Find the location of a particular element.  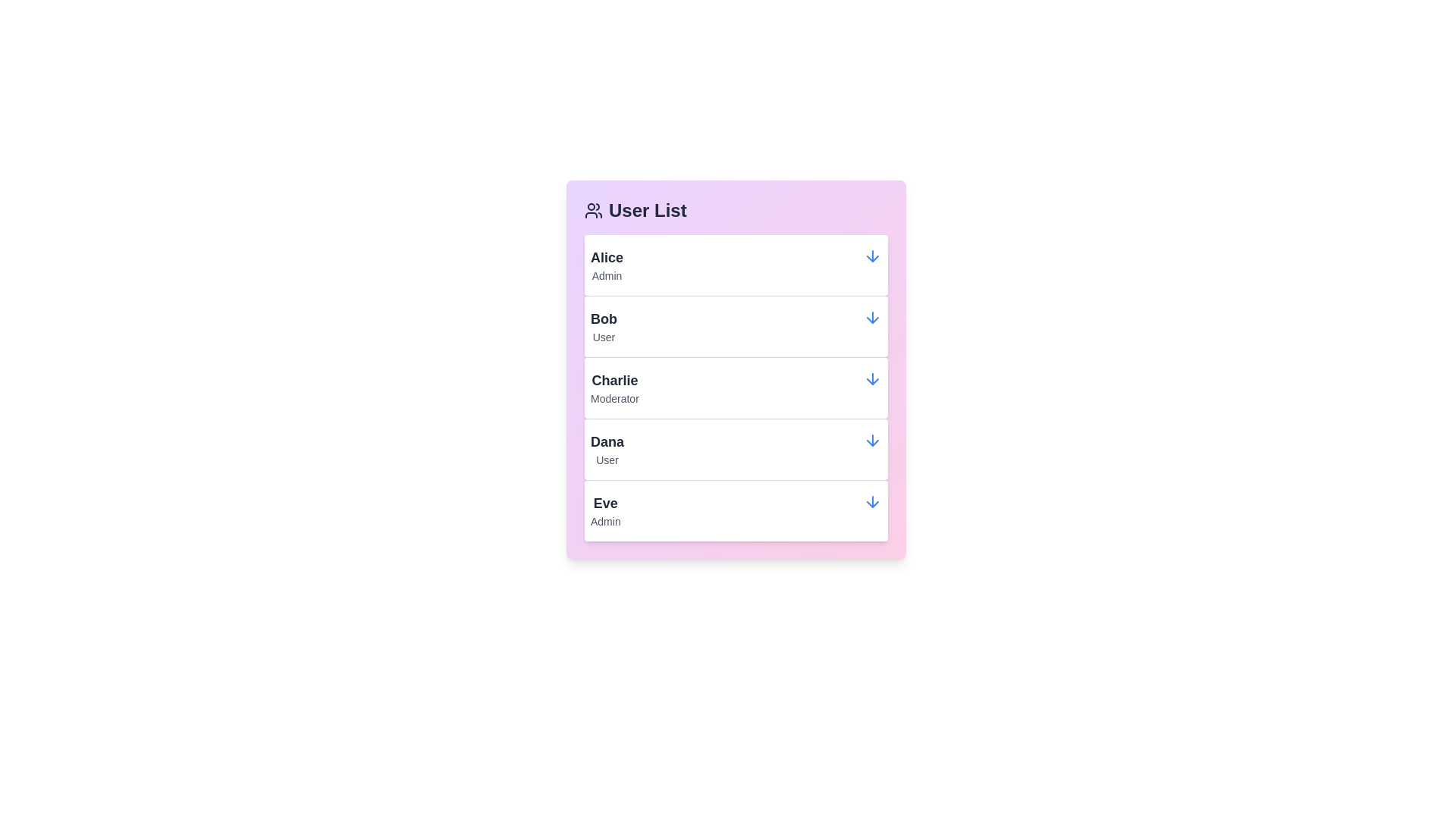

the user list item corresponding to Alice is located at coordinates (736, 265).